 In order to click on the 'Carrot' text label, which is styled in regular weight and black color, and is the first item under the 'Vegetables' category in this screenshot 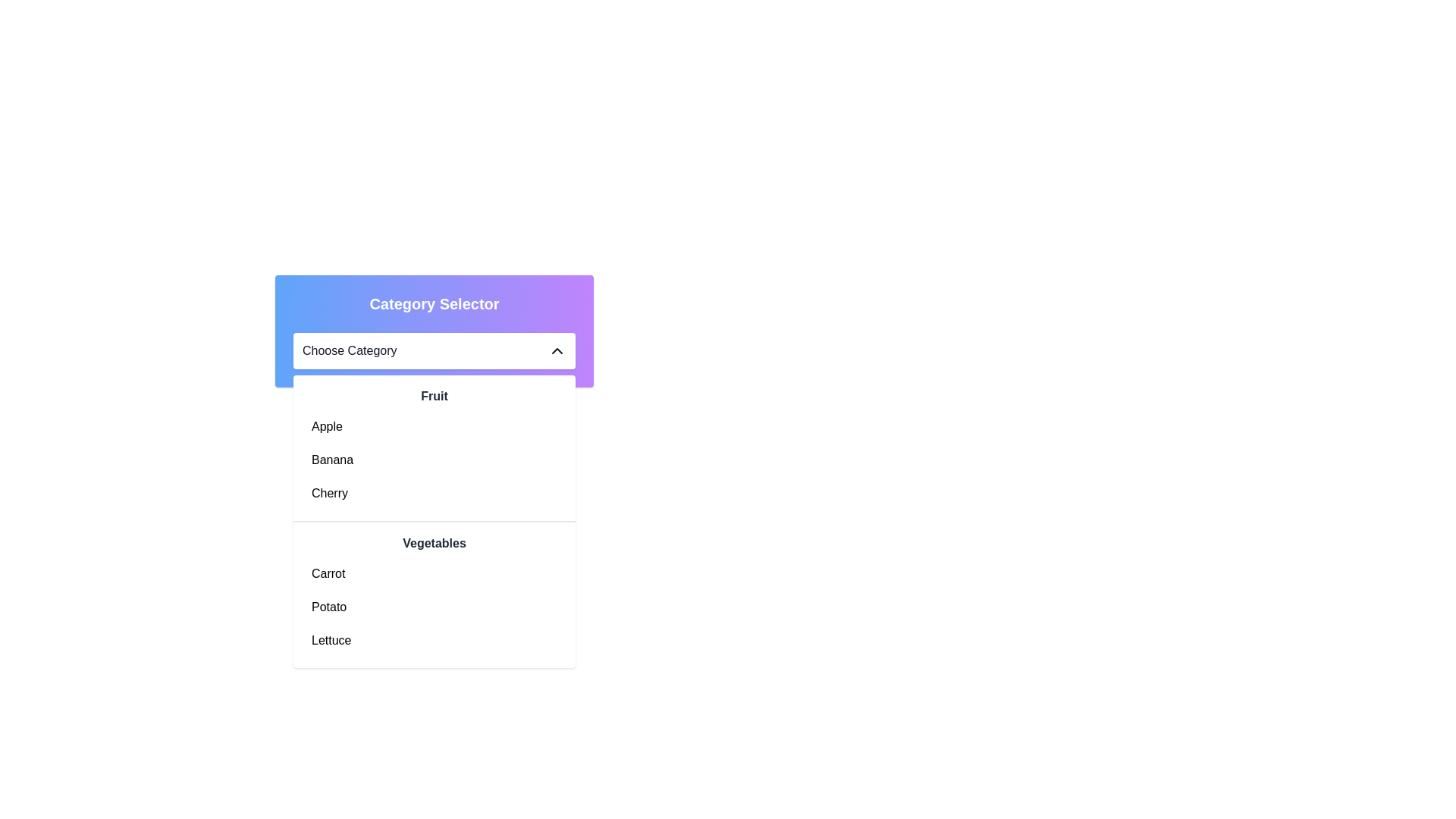, I will do `click(328, 573)`.